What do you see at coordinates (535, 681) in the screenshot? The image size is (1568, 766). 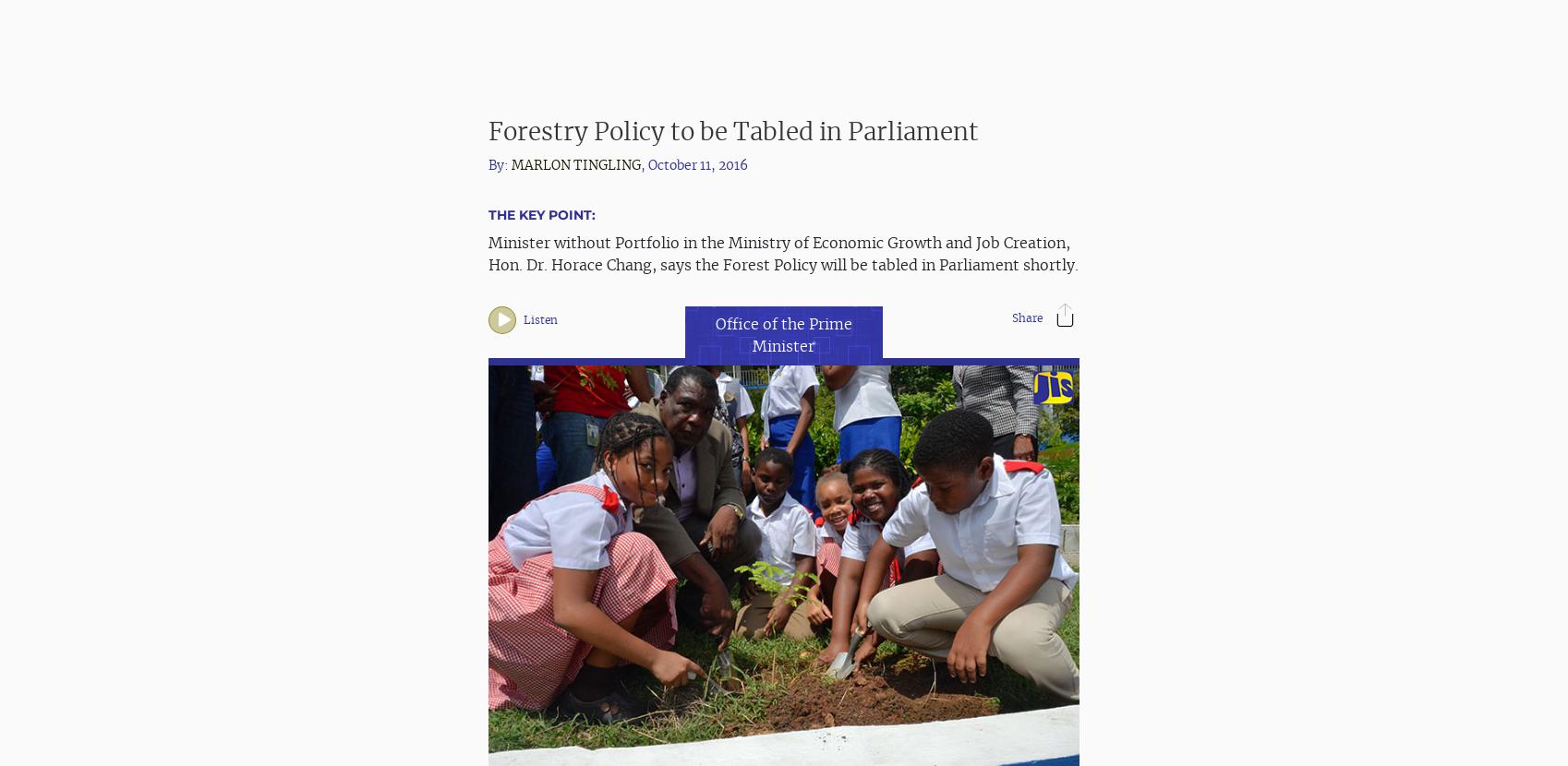 I see `'More From:'` at bounding box center [535, 681].